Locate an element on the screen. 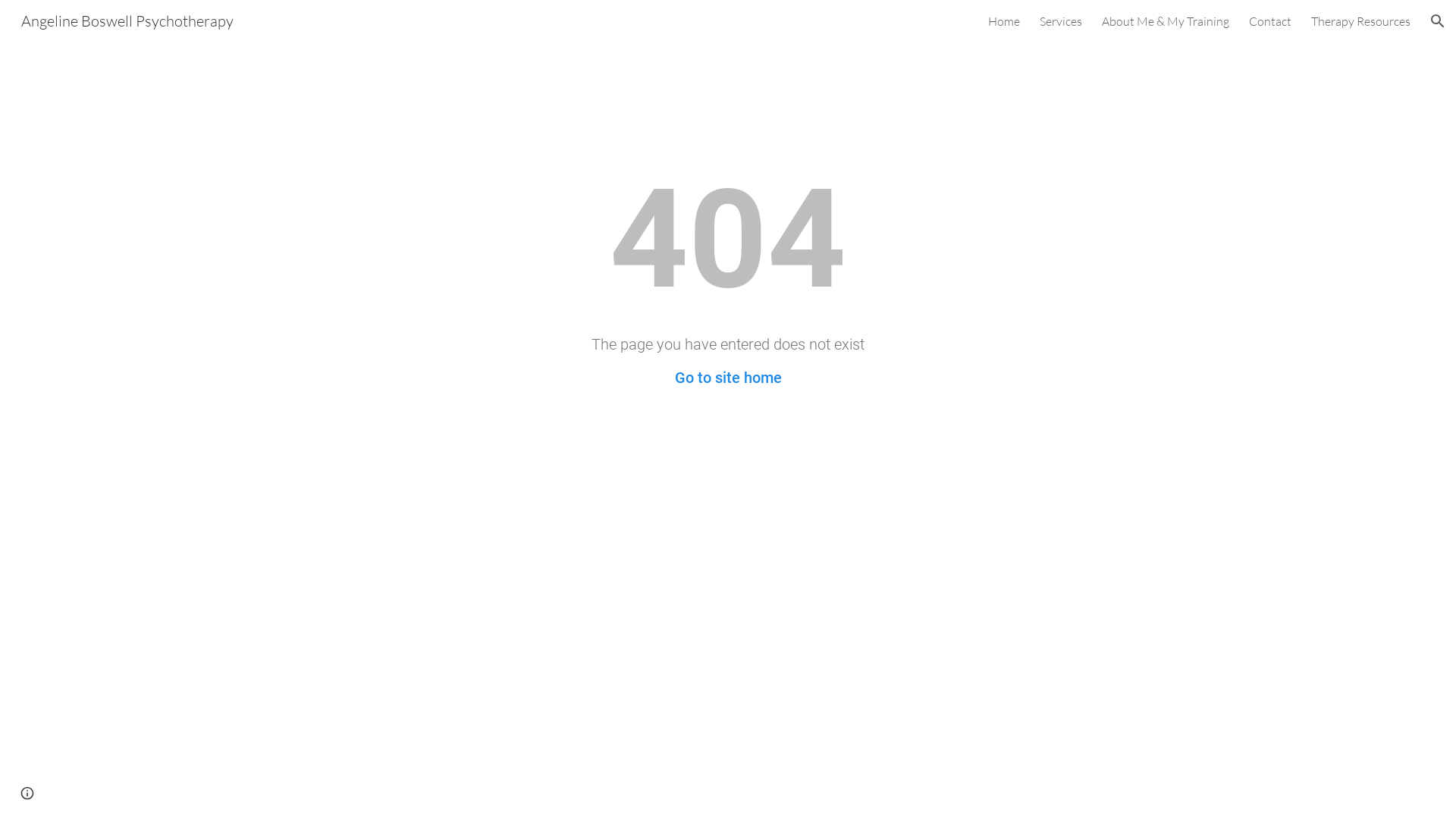 The image size is (1456, 819). 'Go to site home' is located at coordinates (673, 376).